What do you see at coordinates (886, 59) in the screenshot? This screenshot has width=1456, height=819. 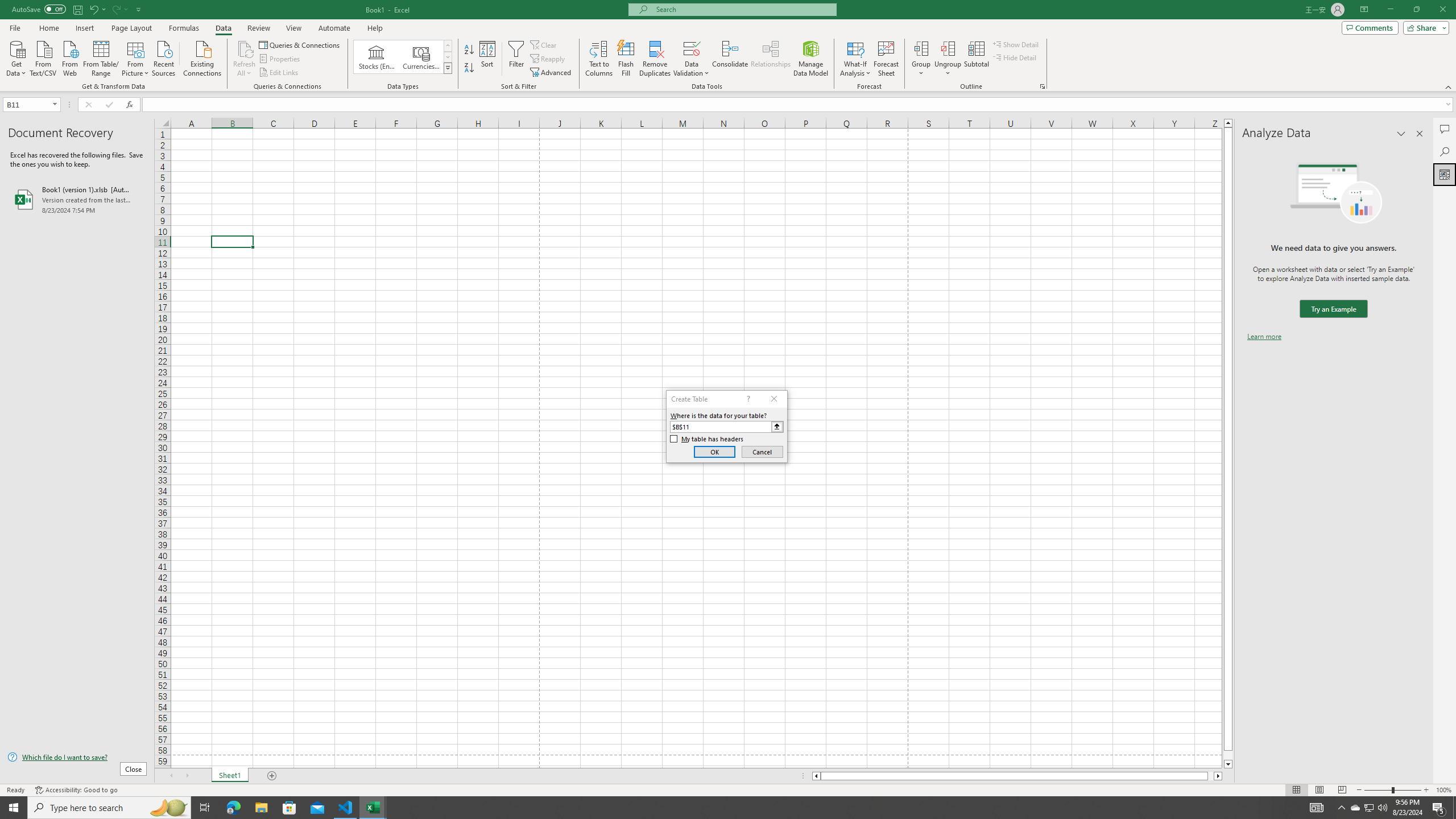 I see `'Forecast Sheet'` at bounding box center [886, 59].